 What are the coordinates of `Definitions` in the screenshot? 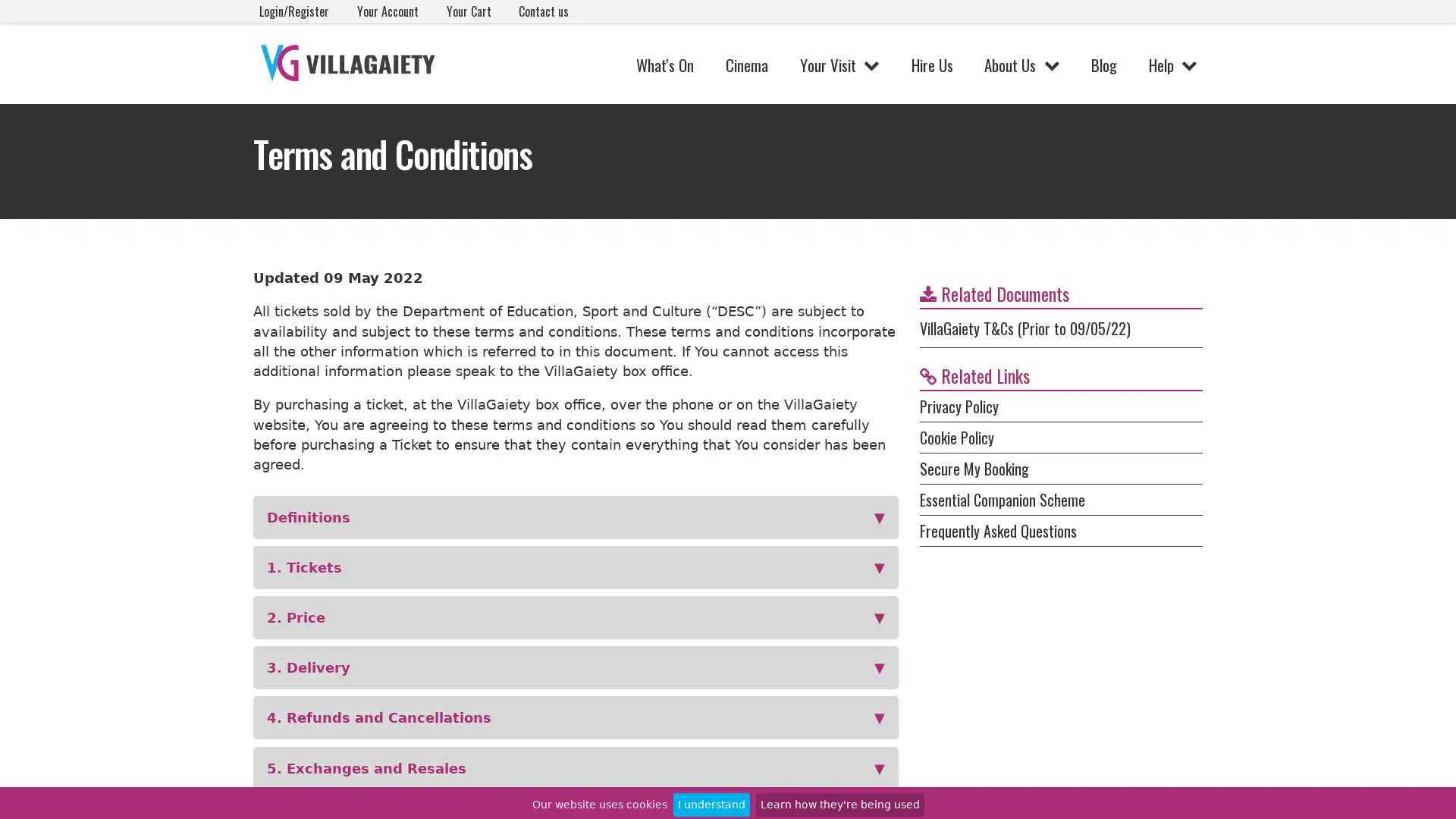 It's located at (575, 516).